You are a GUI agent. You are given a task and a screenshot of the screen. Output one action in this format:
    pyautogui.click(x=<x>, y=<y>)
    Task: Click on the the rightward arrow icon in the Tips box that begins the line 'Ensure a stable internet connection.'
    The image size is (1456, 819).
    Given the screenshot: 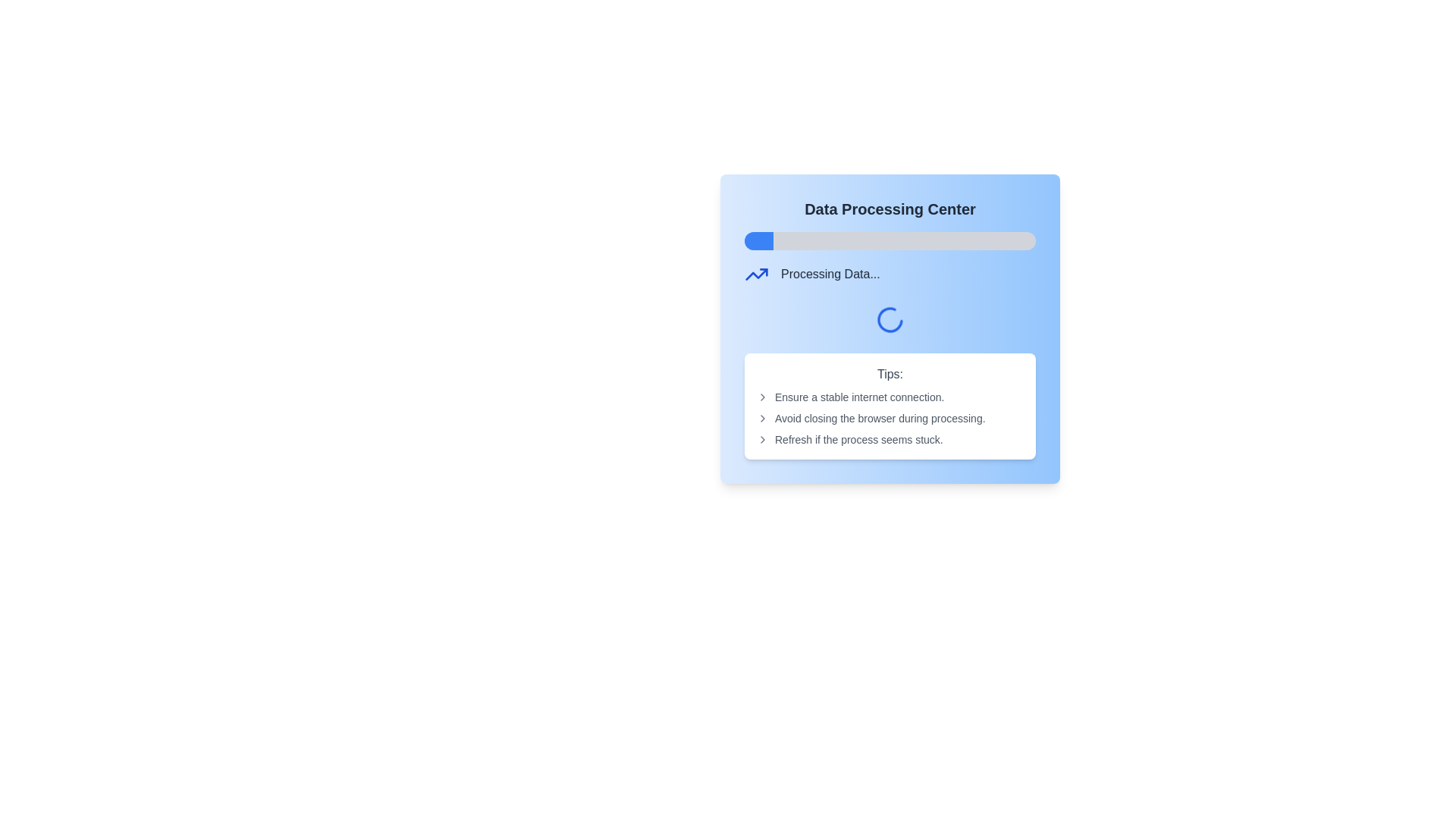 What is the action you would take?
    pyautogui.click(x=763, y=397)
    